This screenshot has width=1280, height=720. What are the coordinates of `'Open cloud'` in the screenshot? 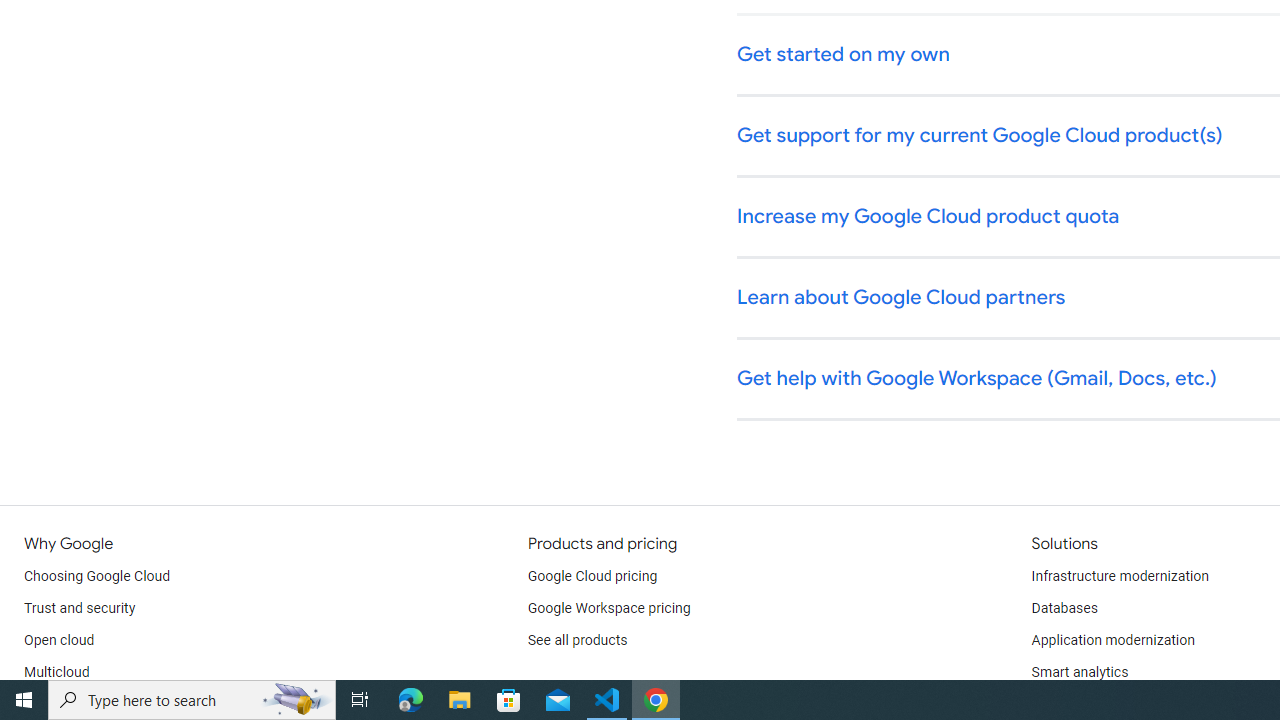 It's located at (59, 640).